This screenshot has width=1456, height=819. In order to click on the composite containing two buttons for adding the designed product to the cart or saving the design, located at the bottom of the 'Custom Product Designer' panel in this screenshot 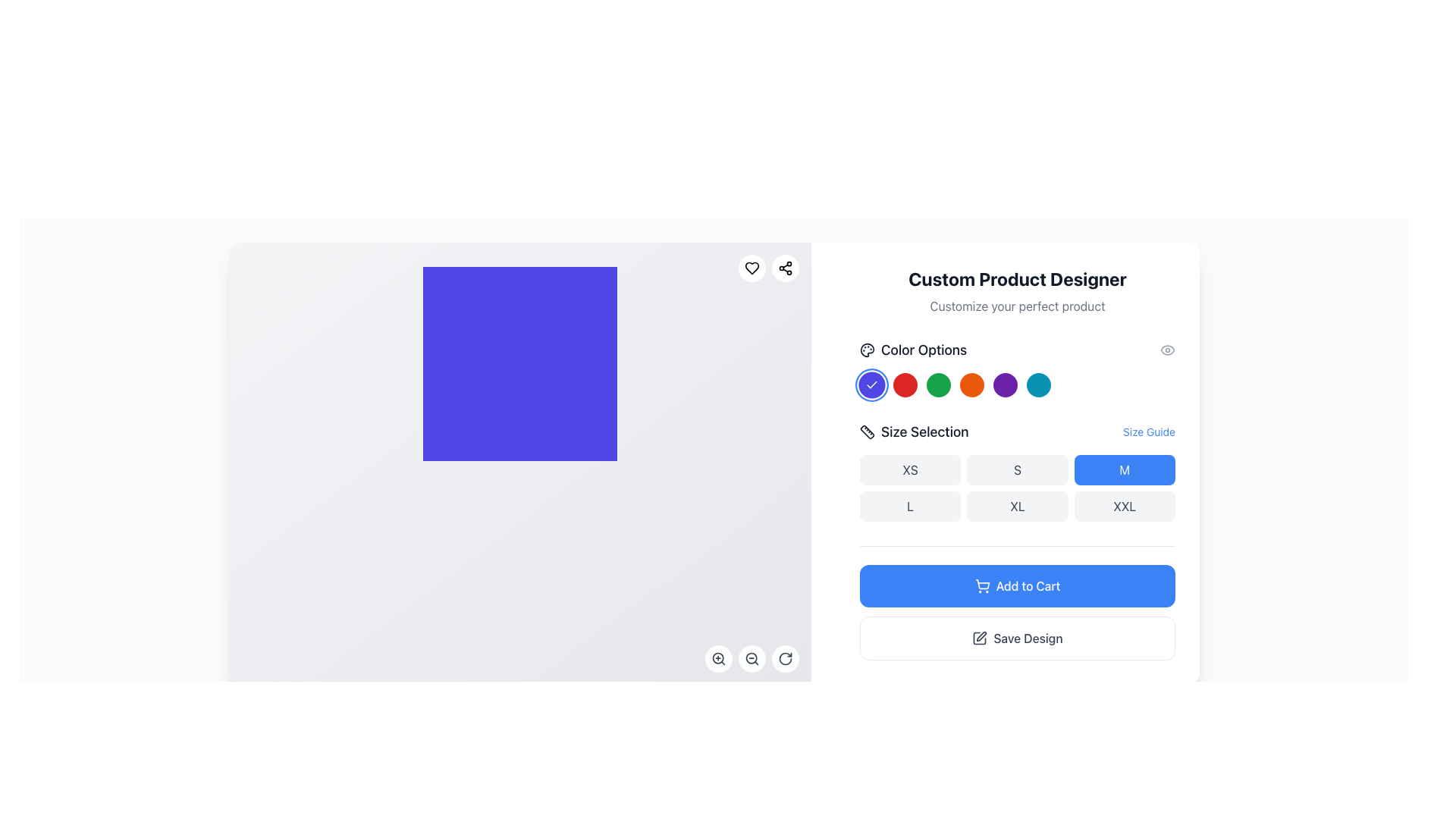, I will do `click(1018, 601)`.